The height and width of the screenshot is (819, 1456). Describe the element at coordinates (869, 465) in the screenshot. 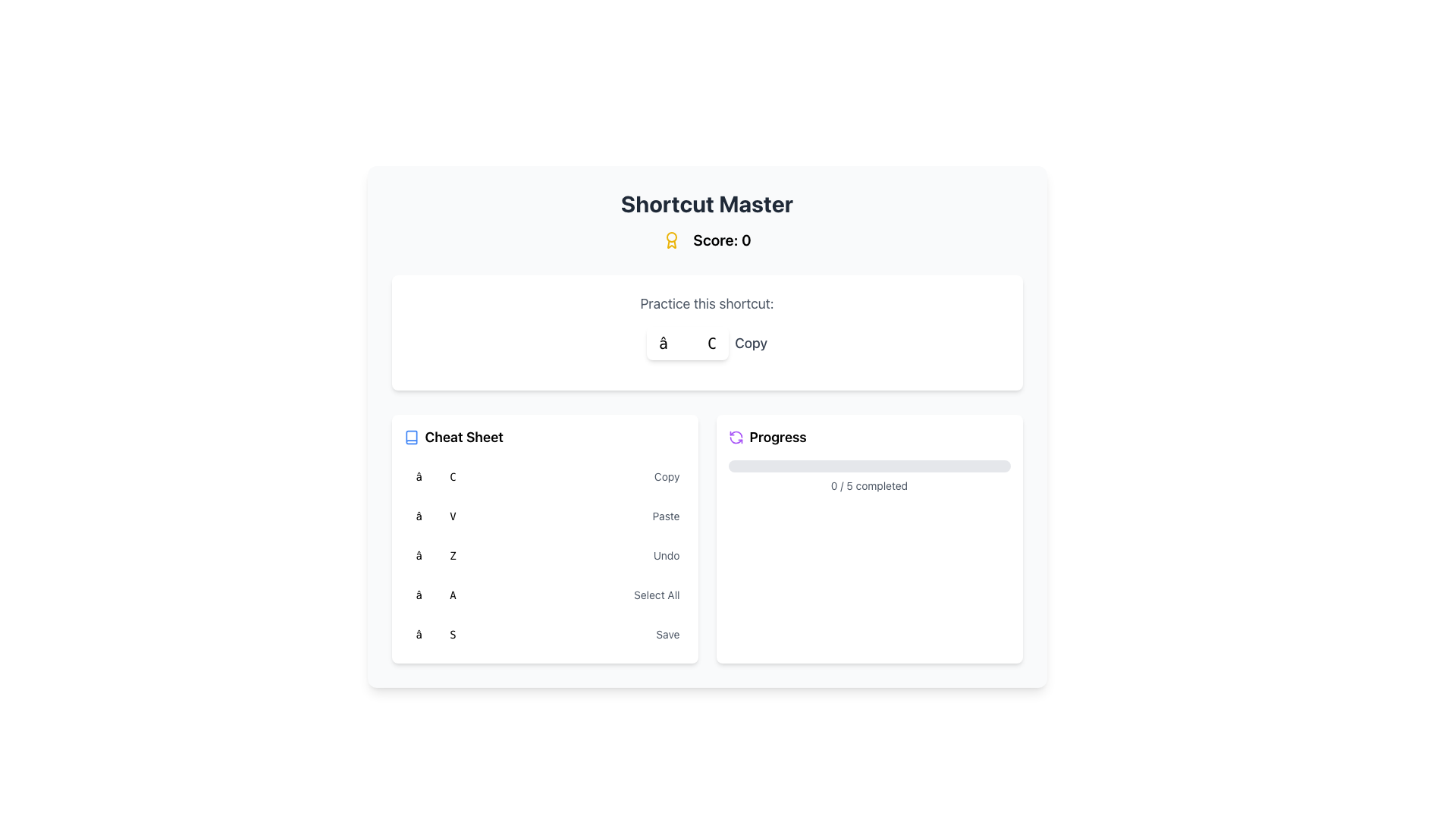

I see `the Progress Bar that visually indicates the completion status of a task, located at the center of the 'Progress' card below the title and above the text '0 / 5 completed'` at that location.